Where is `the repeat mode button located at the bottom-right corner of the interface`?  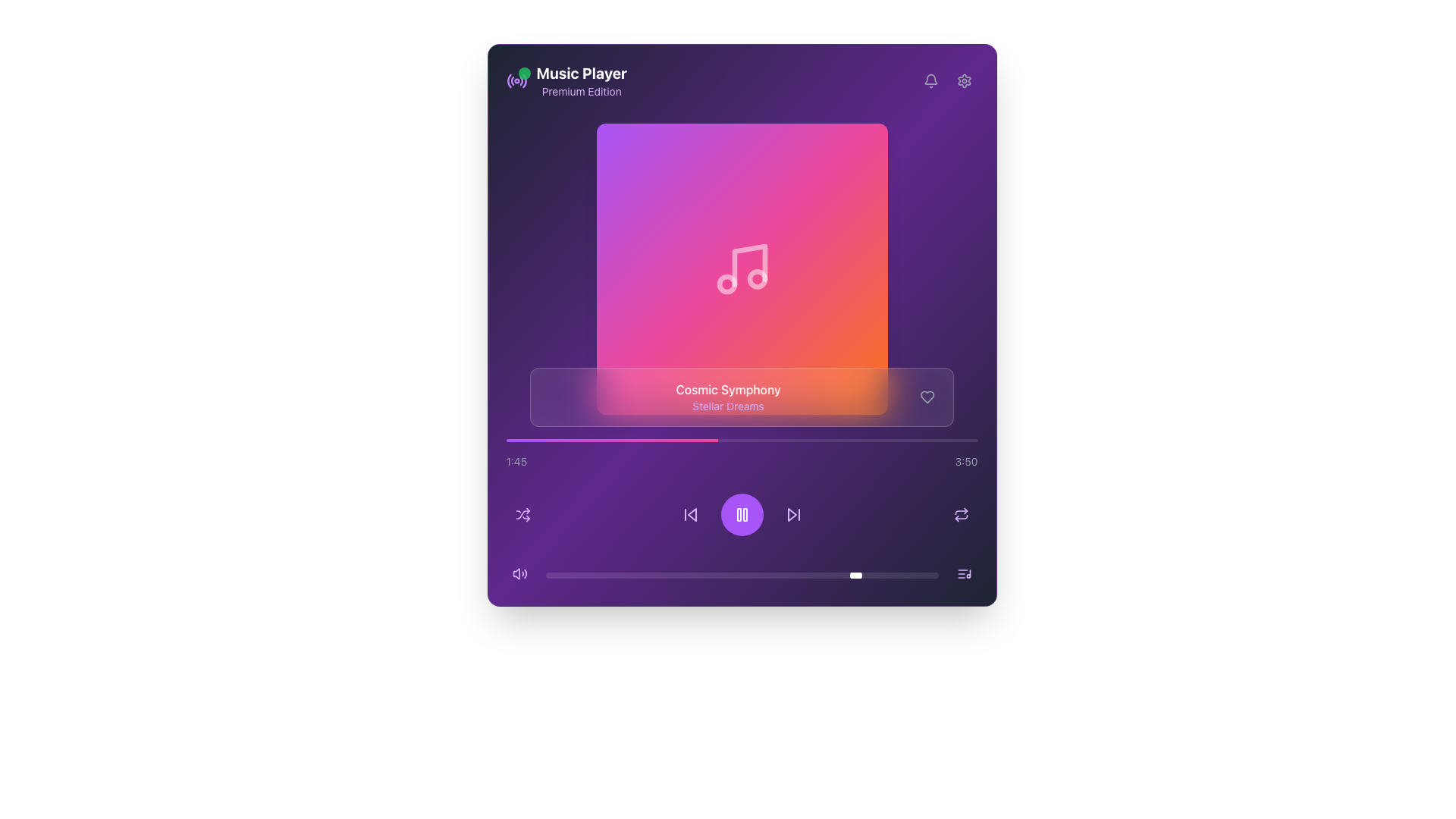 the repeat mode button located at the bottom-right corner of the interface is located at coordinates (960, 513).